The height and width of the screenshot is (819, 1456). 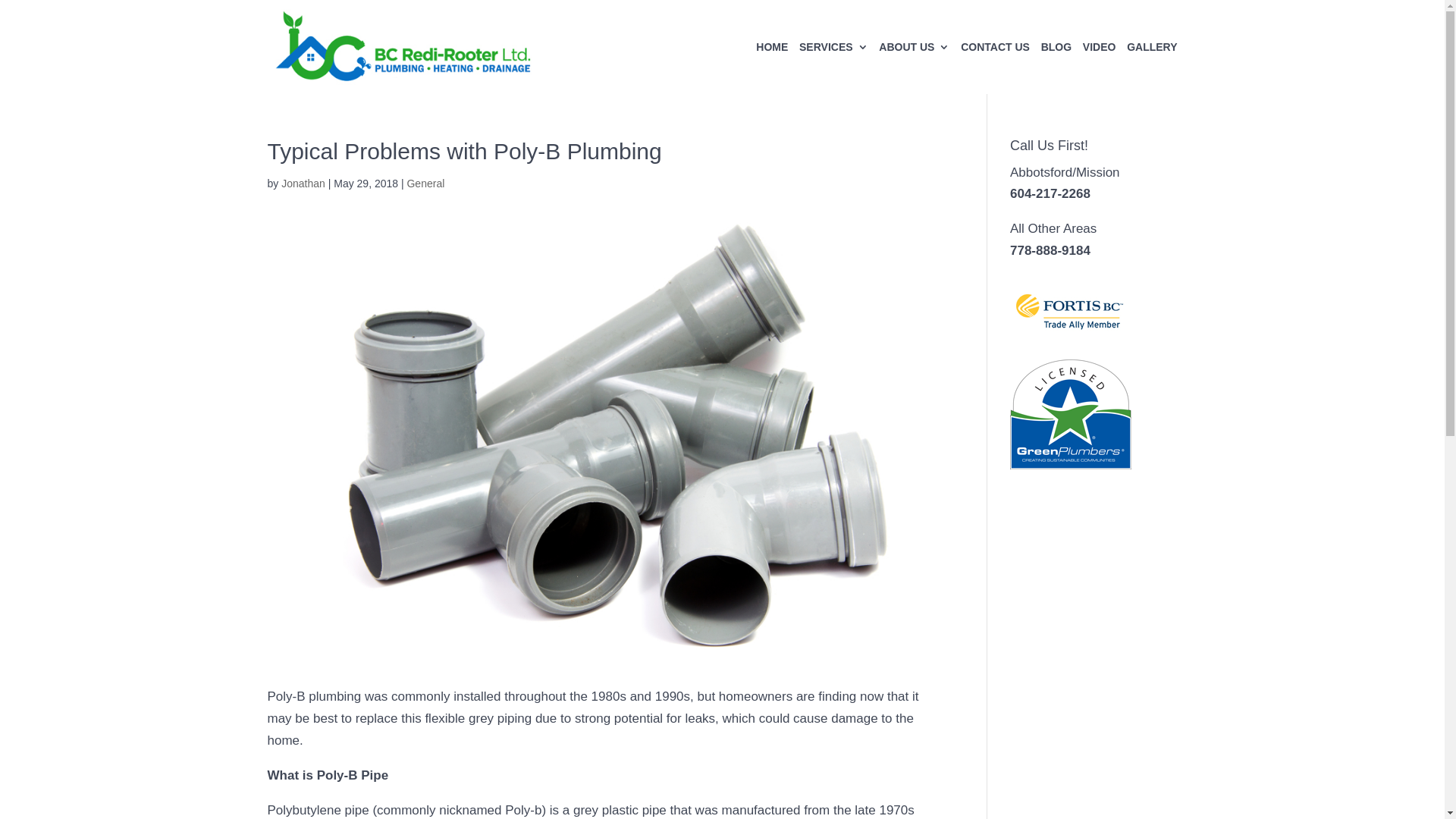 What do you see at coordinates (1099, 67) in the screenshot?
I see `'VIDEO'` at bounding box center [1099, 67].